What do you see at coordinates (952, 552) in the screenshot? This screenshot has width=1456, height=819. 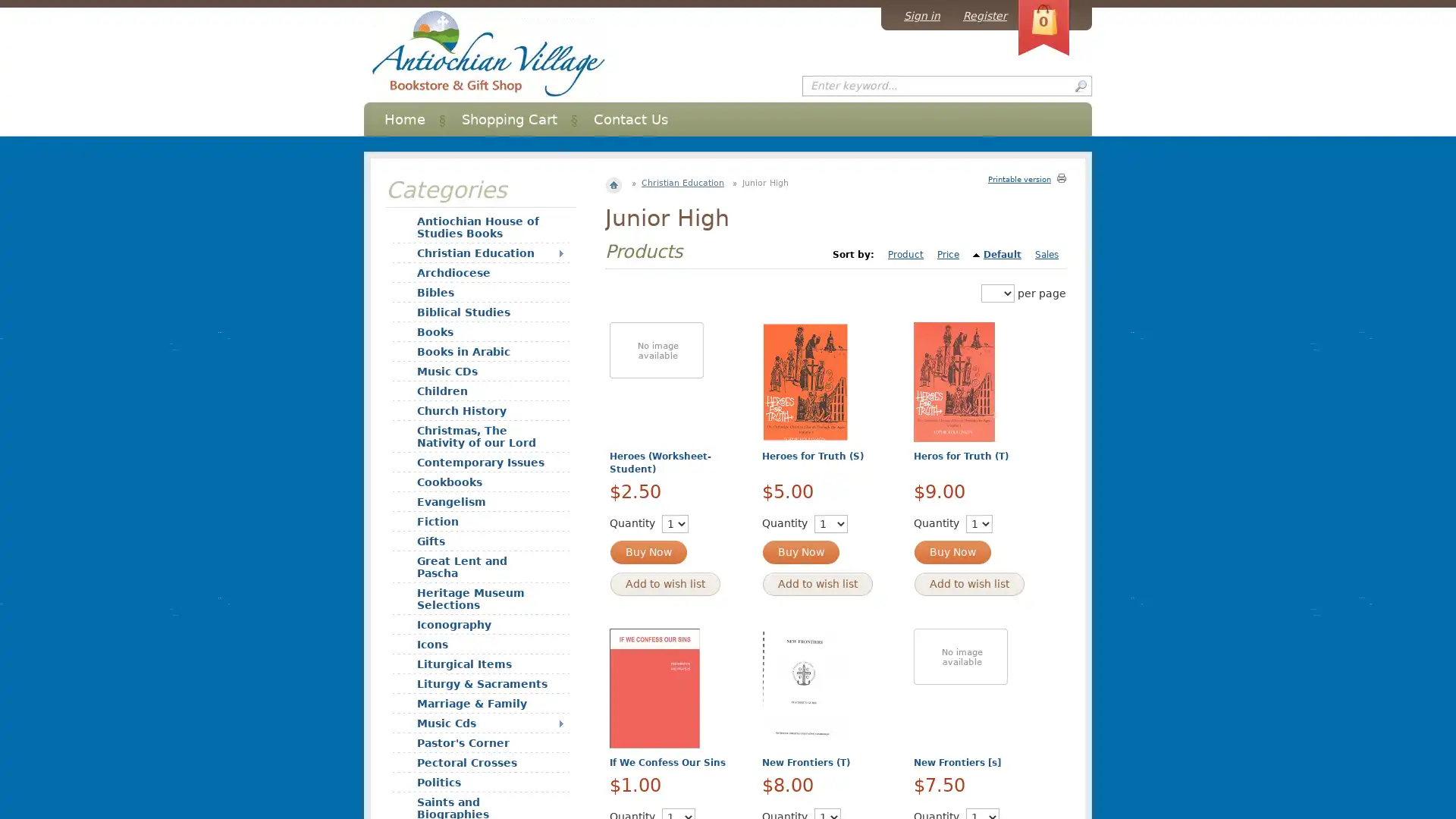 I see `Buy Now` at bounding box center [952, 552].